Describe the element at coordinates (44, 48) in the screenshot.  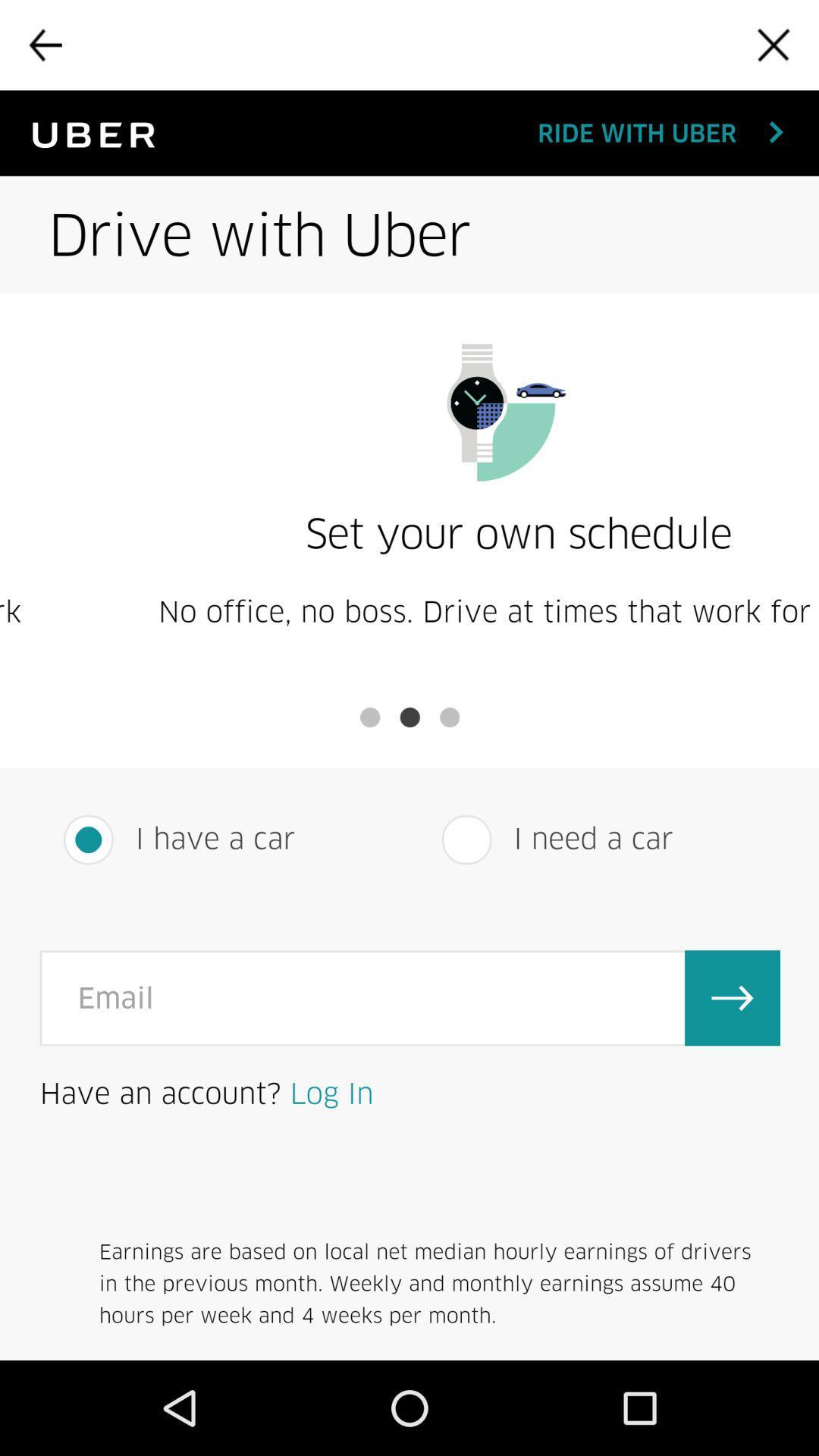
I see `the arrow_backward icon` at that location.